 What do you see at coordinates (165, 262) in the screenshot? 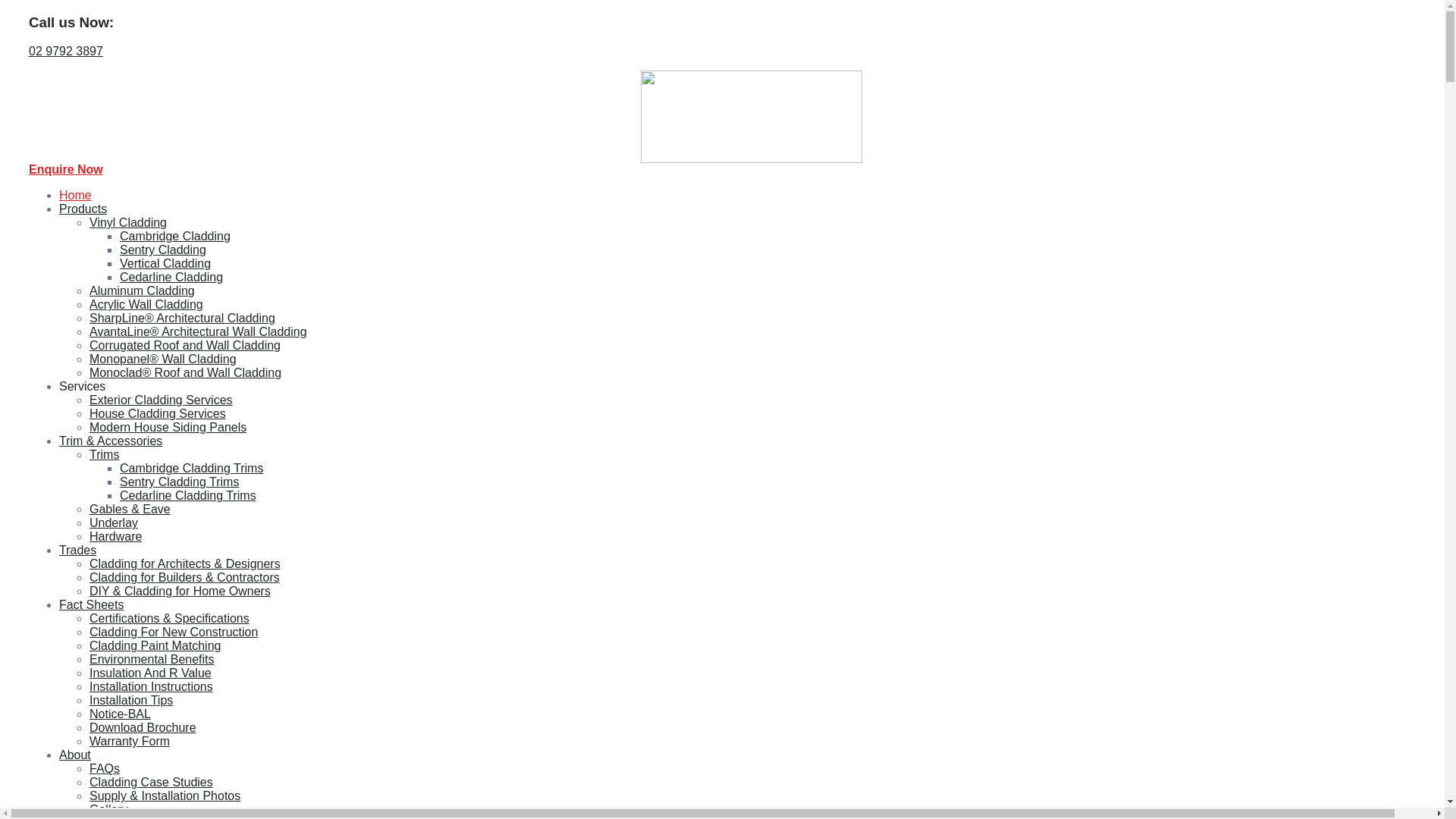
I see `'Vertical Cladding'` at bounding box center [165, 262].